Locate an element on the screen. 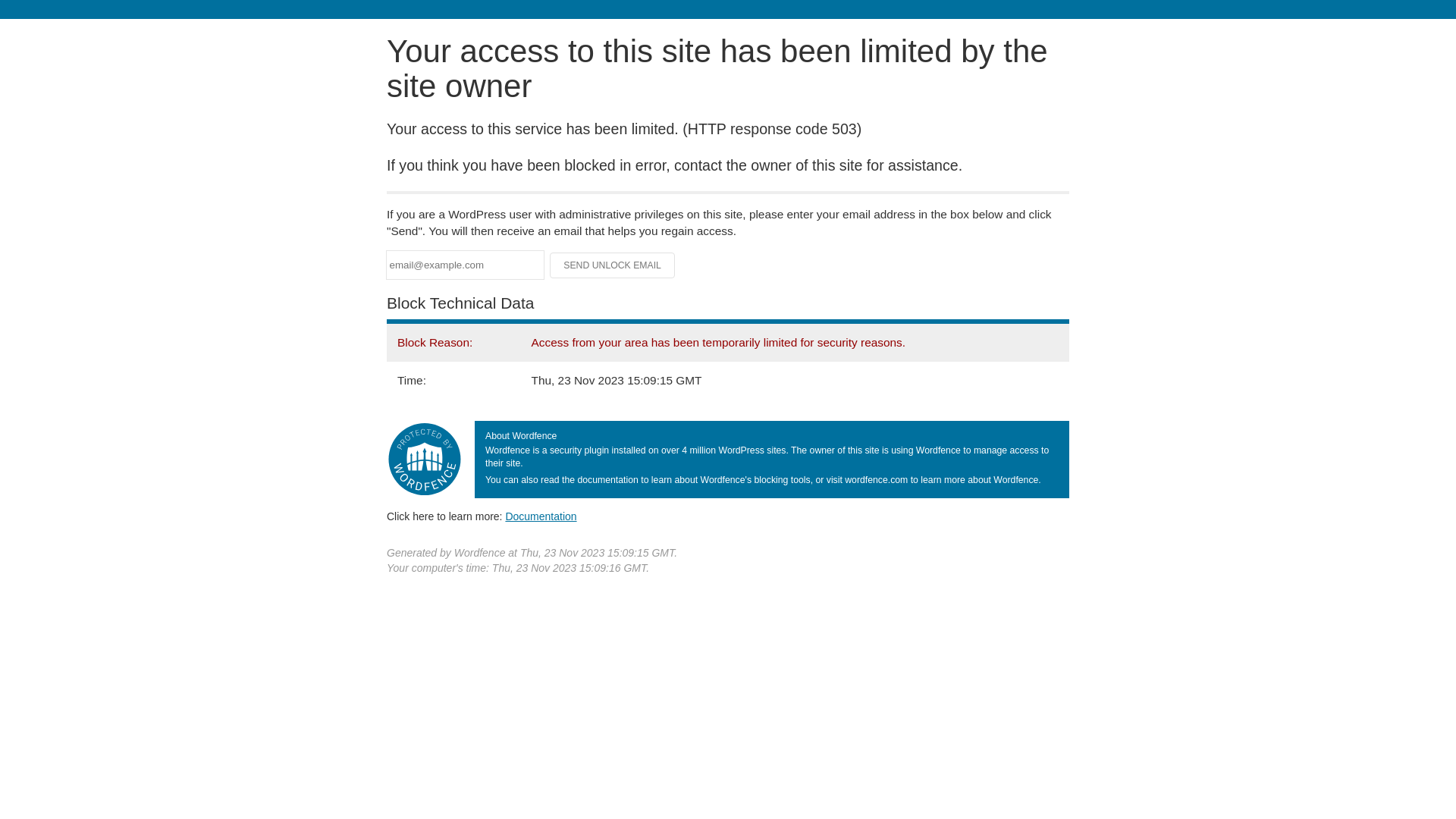 The height and width of the screenshot is (819, 1456). 'Documentation' is located at coordinates (541, 516).